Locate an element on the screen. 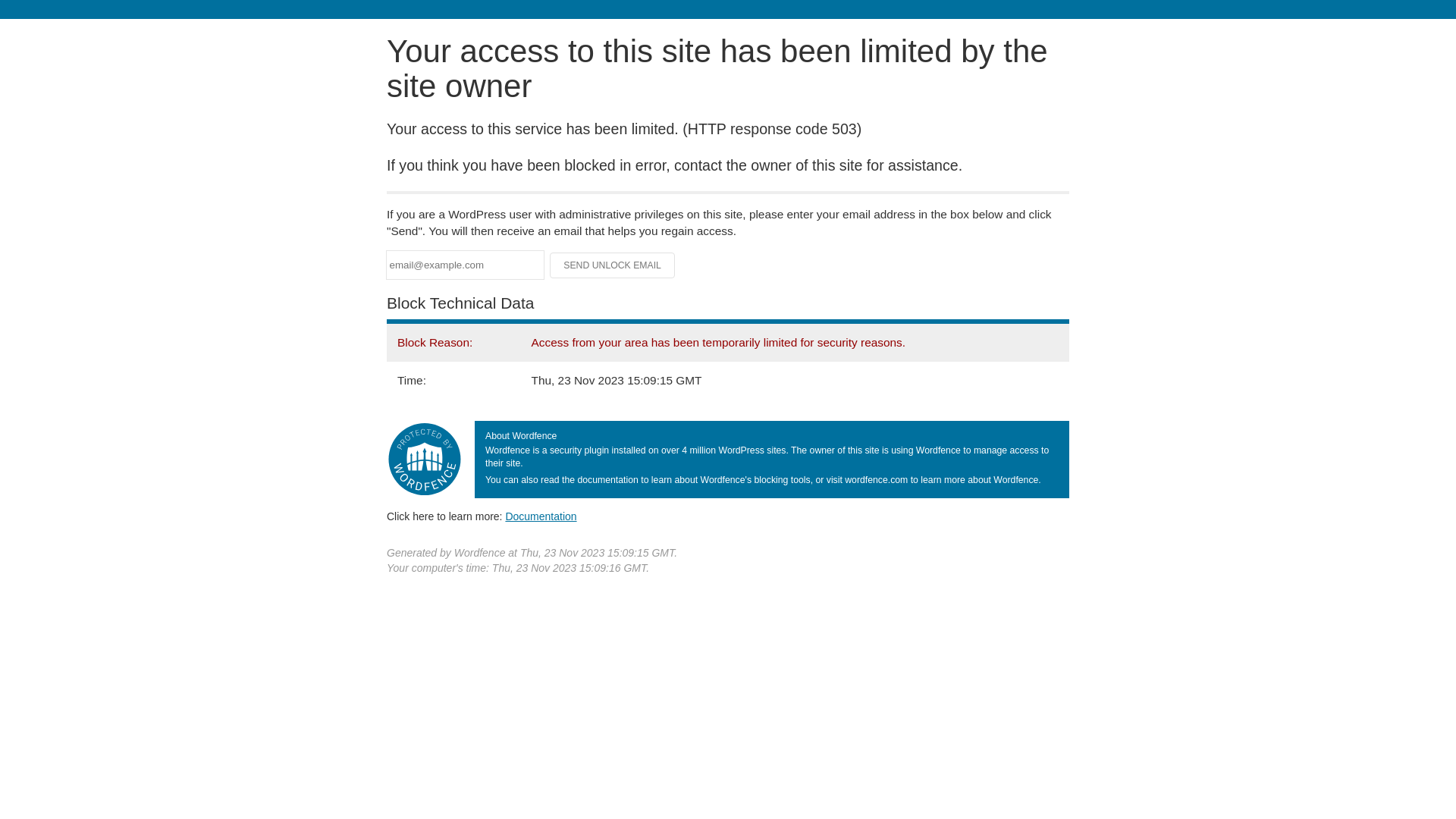 The height and width of the screenshot is (819, 1456). 'Documentation' is located at coordinates (541, 516).